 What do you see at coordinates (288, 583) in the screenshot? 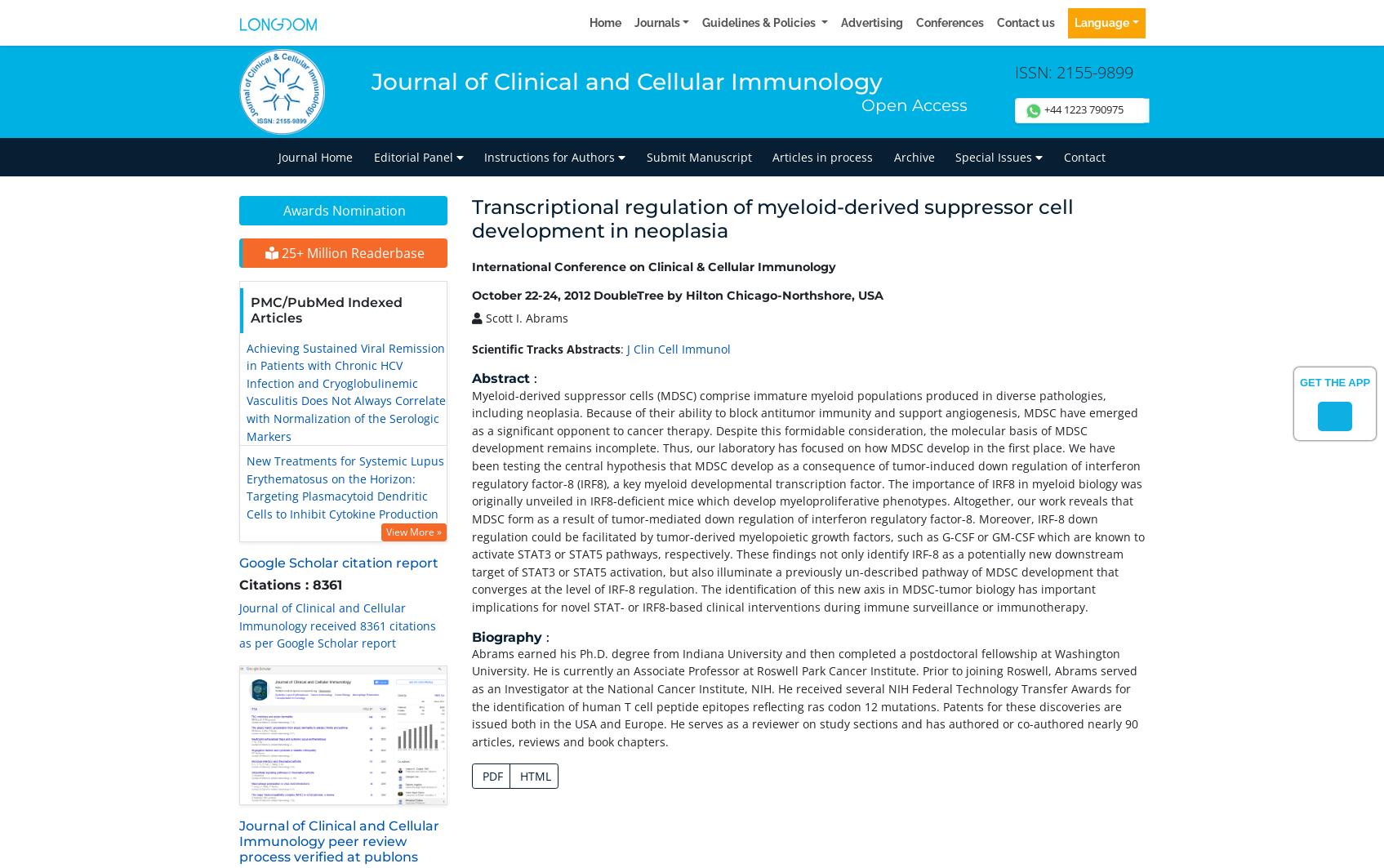
I see `'Citations : 8361'` at bounding box center [288, 583].